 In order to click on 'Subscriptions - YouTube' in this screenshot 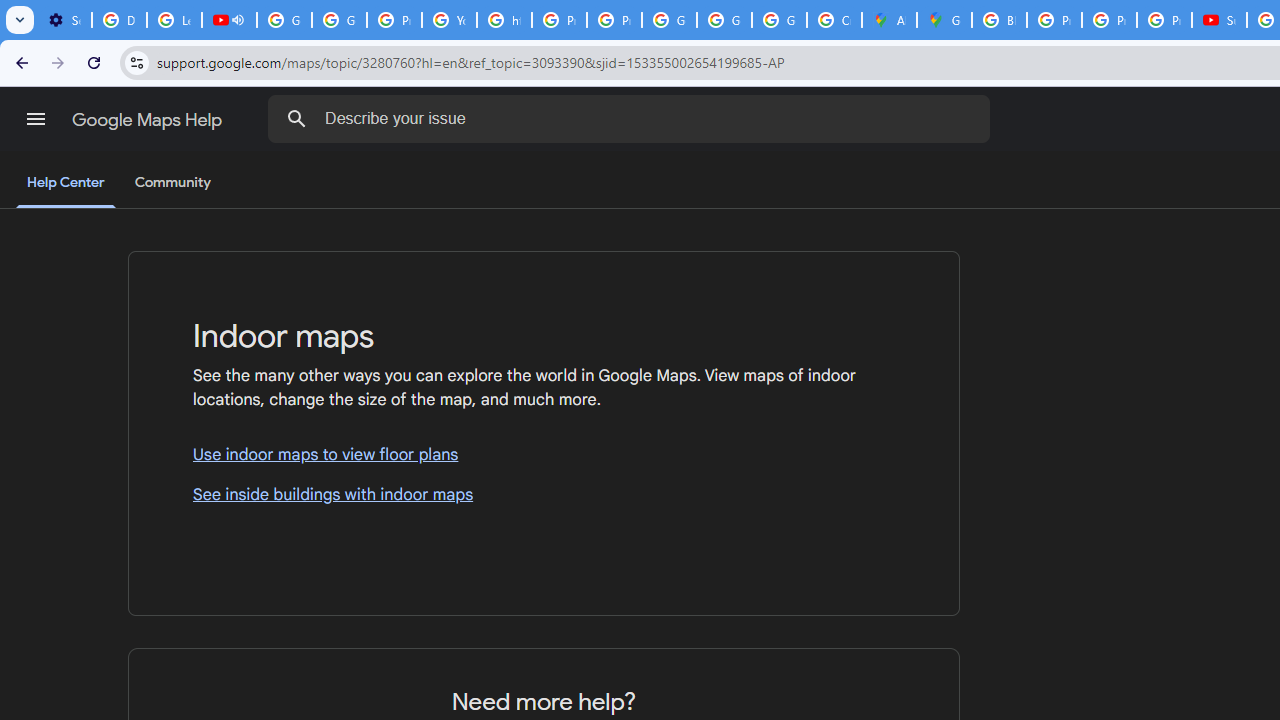, I will do `click(1218, 20)`.